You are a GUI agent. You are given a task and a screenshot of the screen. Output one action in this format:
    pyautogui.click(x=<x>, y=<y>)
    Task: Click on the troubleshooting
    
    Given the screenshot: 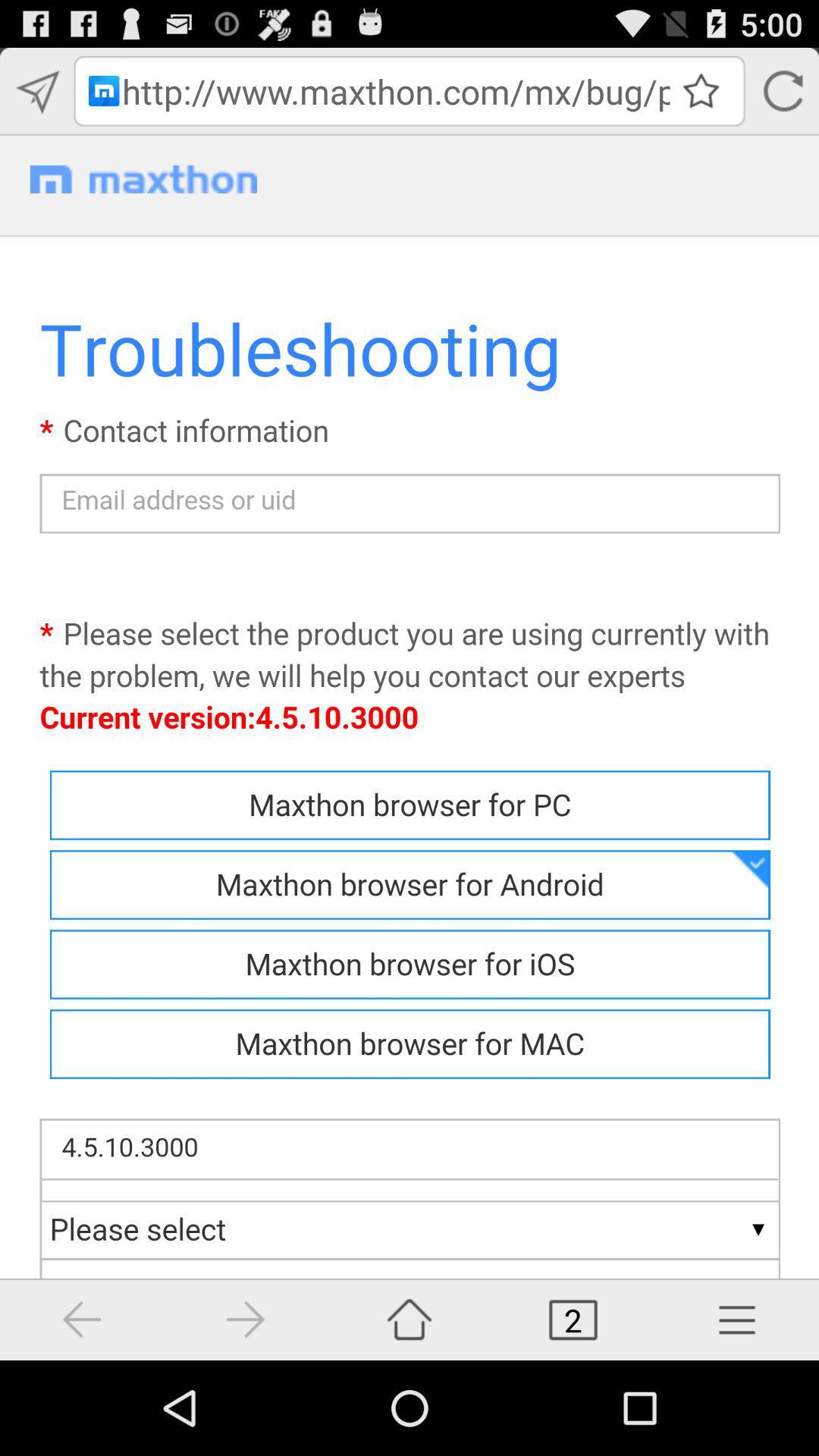 What is the action you would take?
    pyautogui.click(x=409, y=748)
    